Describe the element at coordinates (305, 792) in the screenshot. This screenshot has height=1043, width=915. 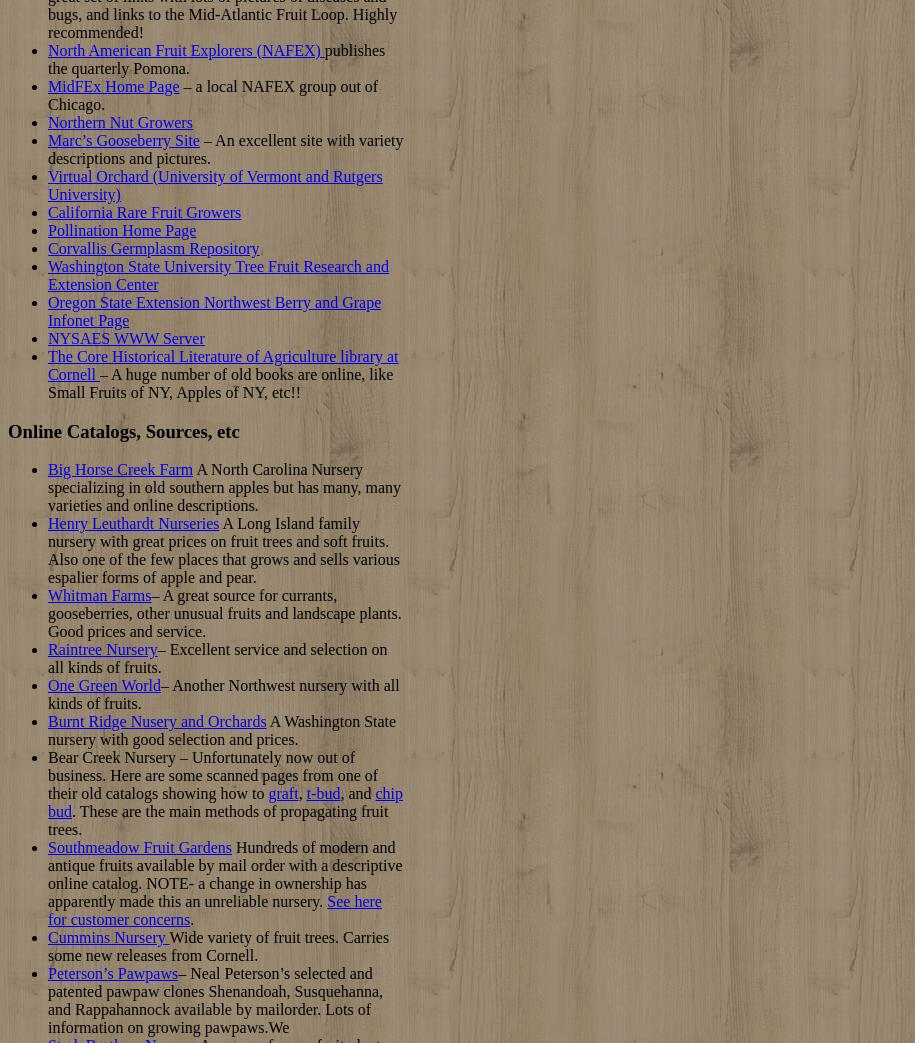
I see `'t-bud'` at that location.